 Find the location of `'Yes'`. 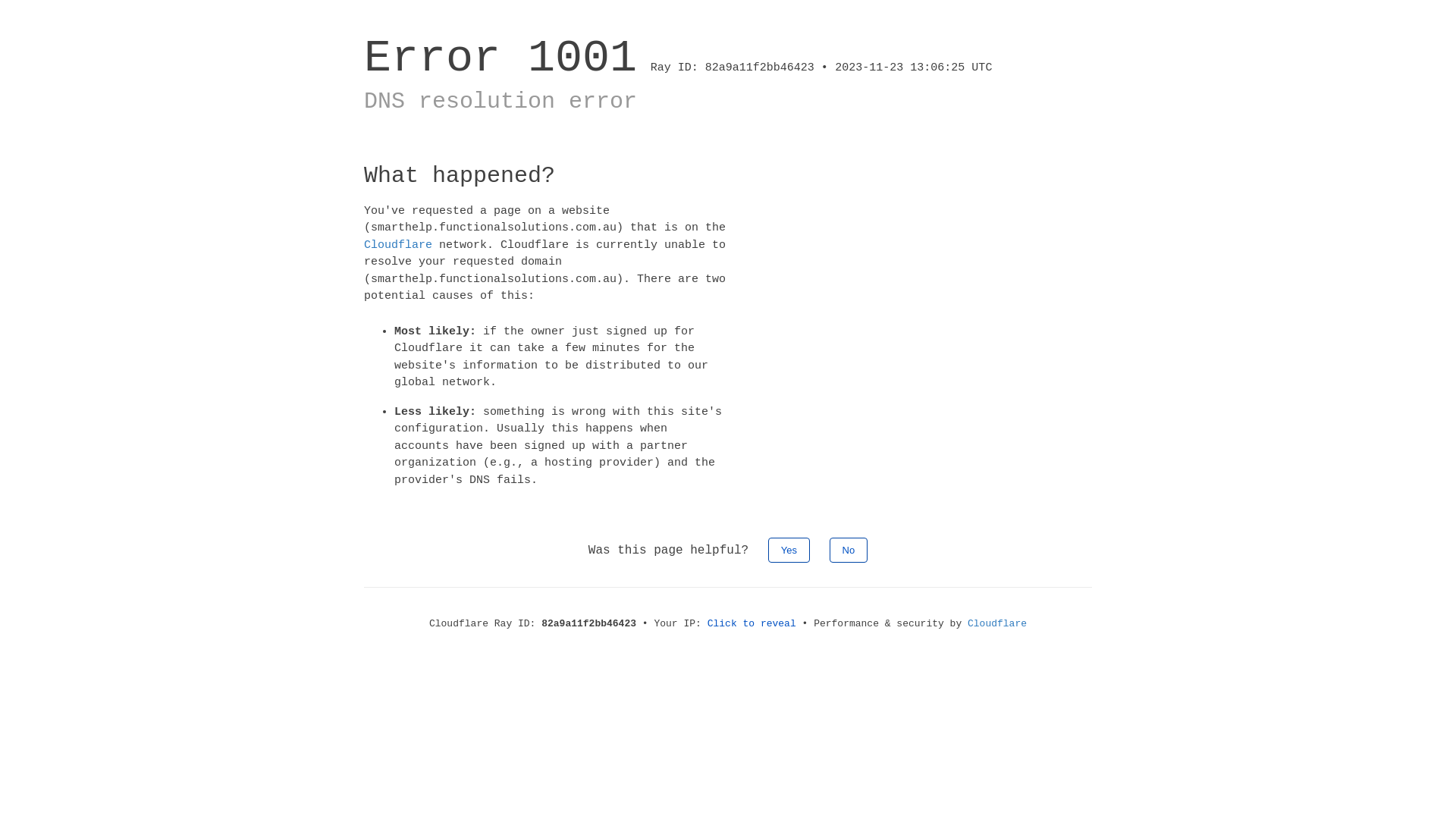

'Yes' is located at coordinates (789, 550).